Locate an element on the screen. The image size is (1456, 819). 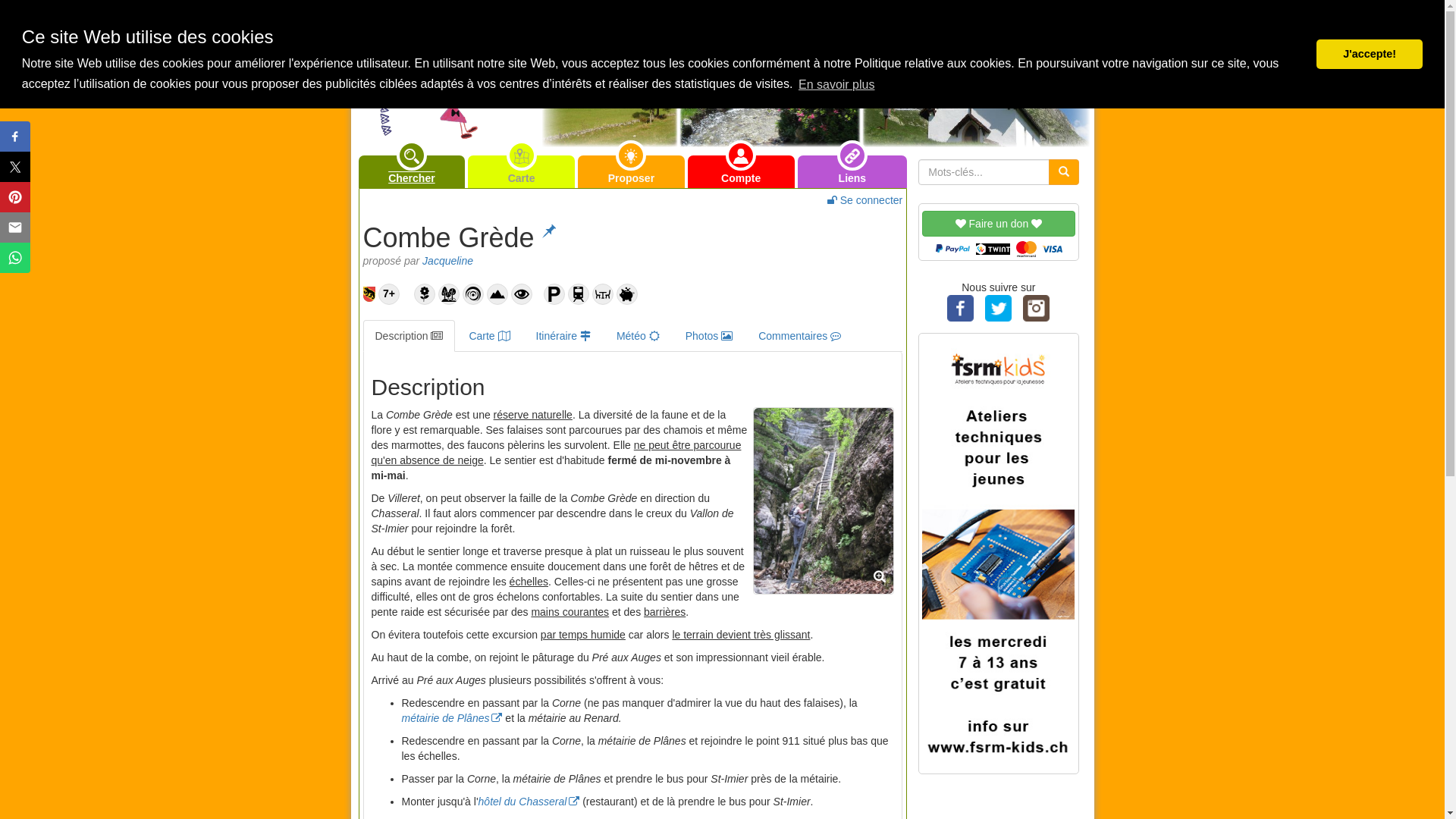
'Compte' is located at coordinates (741, 171).